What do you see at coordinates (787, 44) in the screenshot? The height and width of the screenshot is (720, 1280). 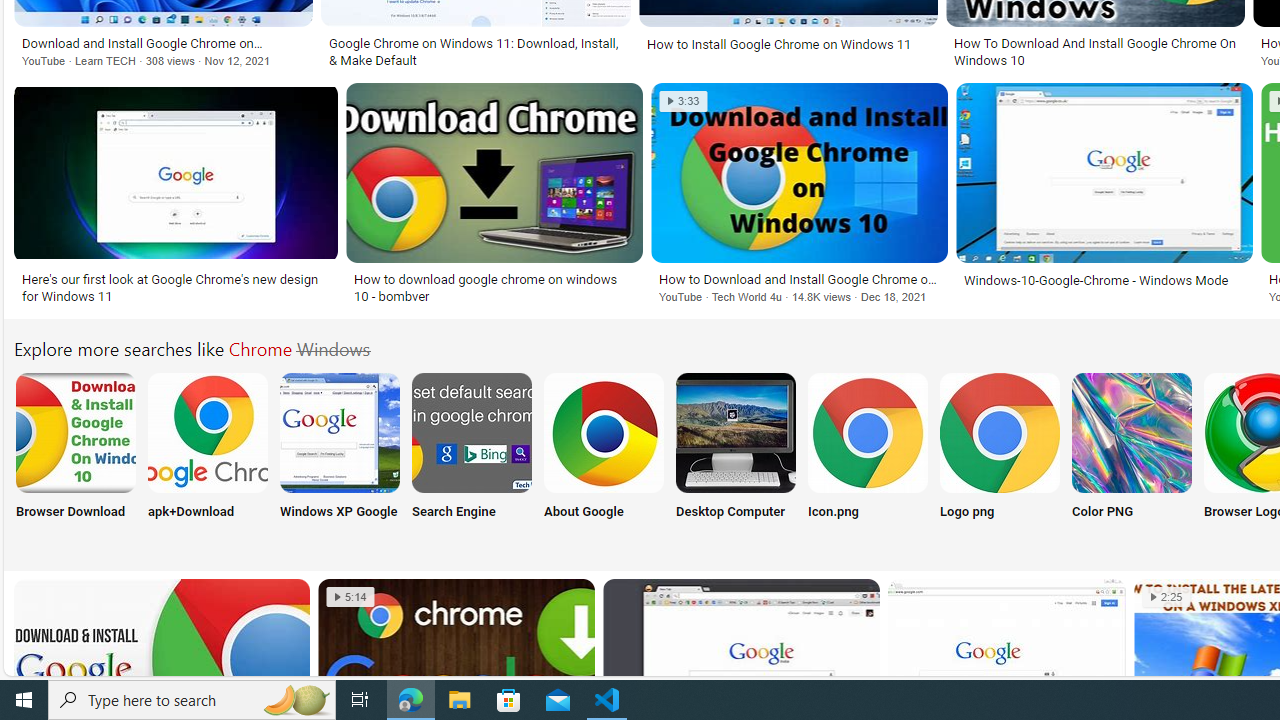 I see `'How to Install Google Chrome on Windows 11'` at bounding box center [787, 44].